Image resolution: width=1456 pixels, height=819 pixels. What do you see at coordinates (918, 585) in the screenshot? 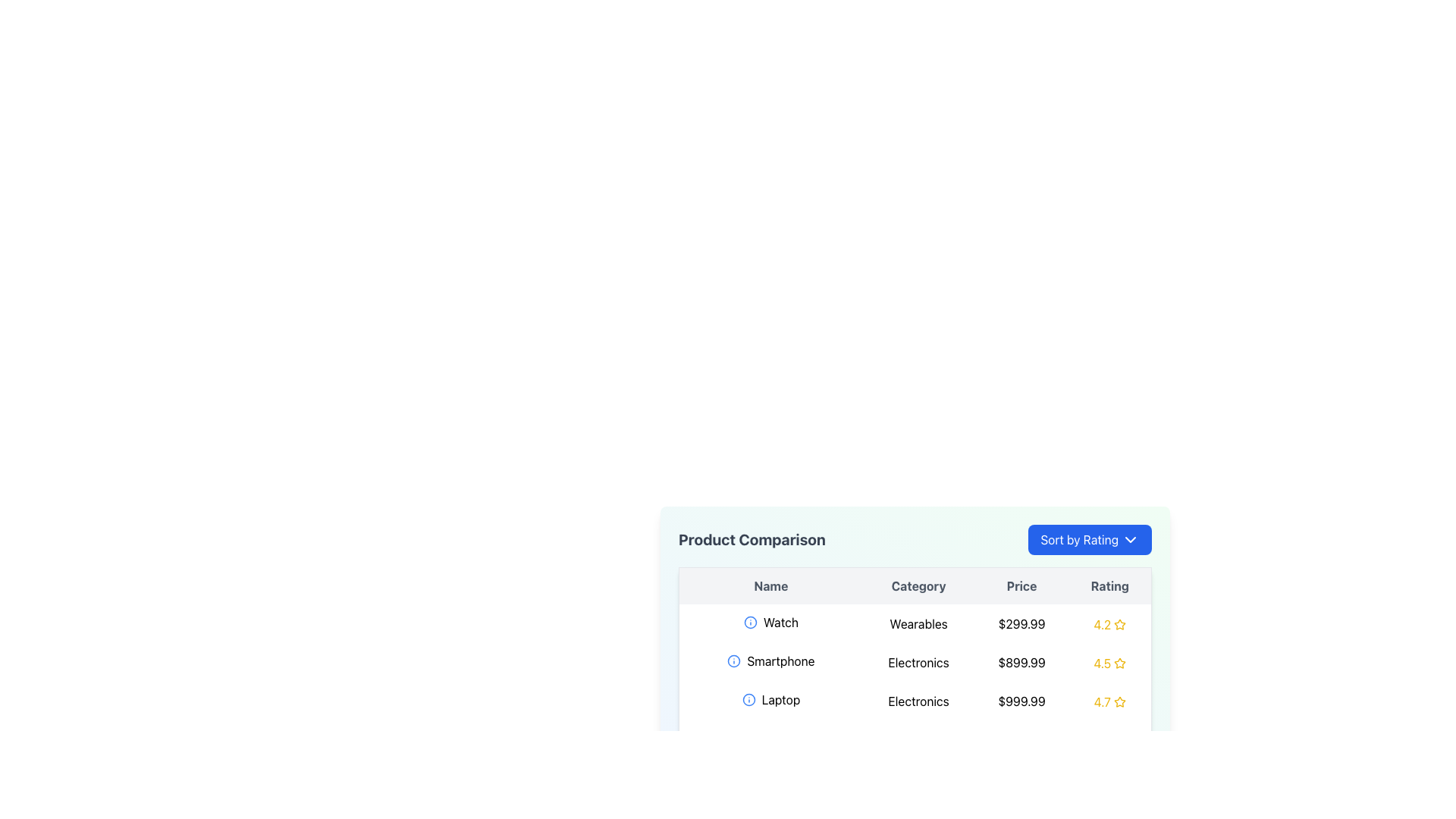
I see `the 'Category' header text label in the product comparison table, which is positioned between the 'Name' and 'Price' headers` at bounding box center [918, 585].